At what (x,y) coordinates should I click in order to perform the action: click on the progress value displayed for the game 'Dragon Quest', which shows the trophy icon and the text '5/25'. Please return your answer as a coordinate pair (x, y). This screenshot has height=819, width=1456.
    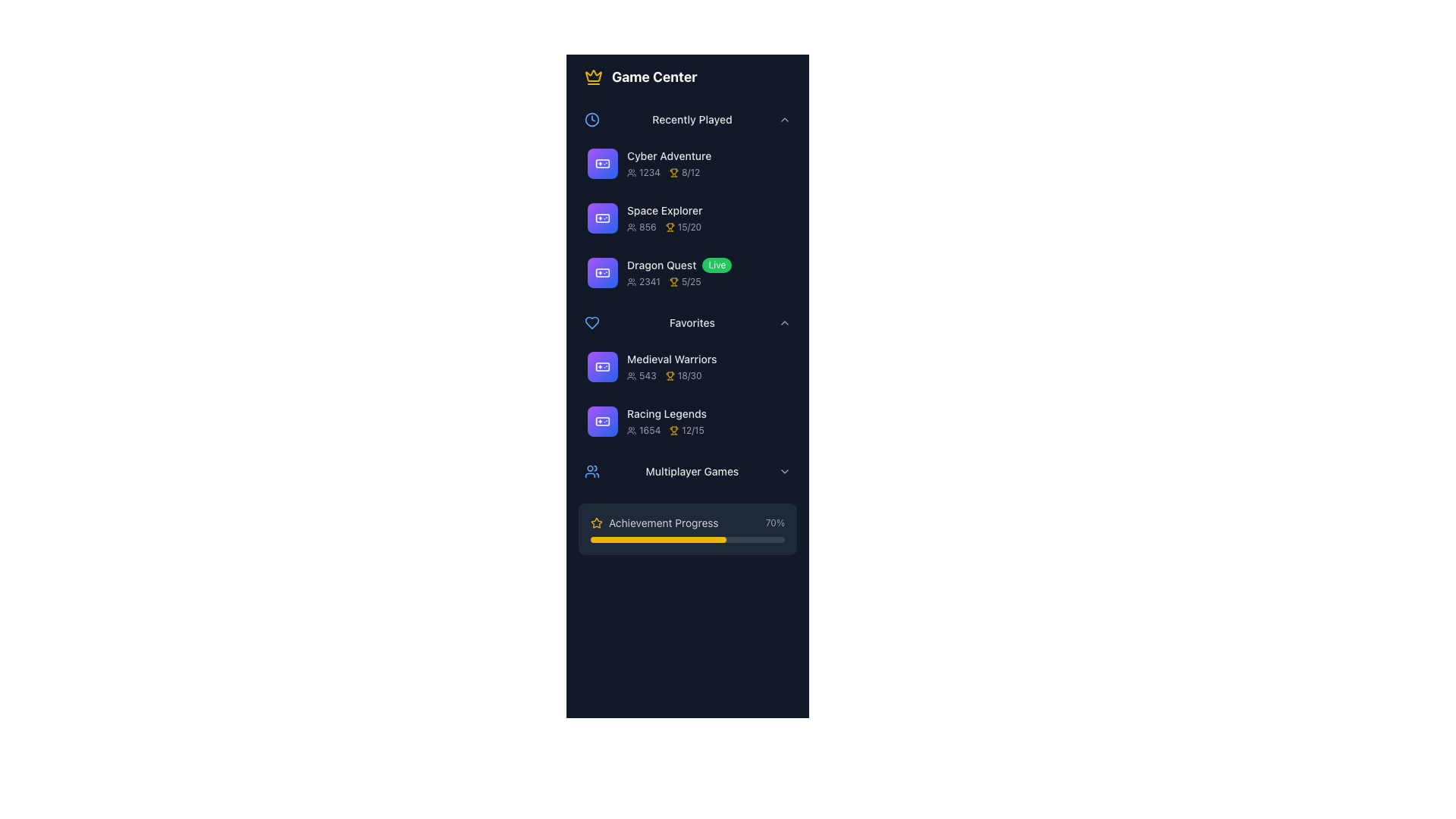
    Looking at the image, I should click on (684, 281).